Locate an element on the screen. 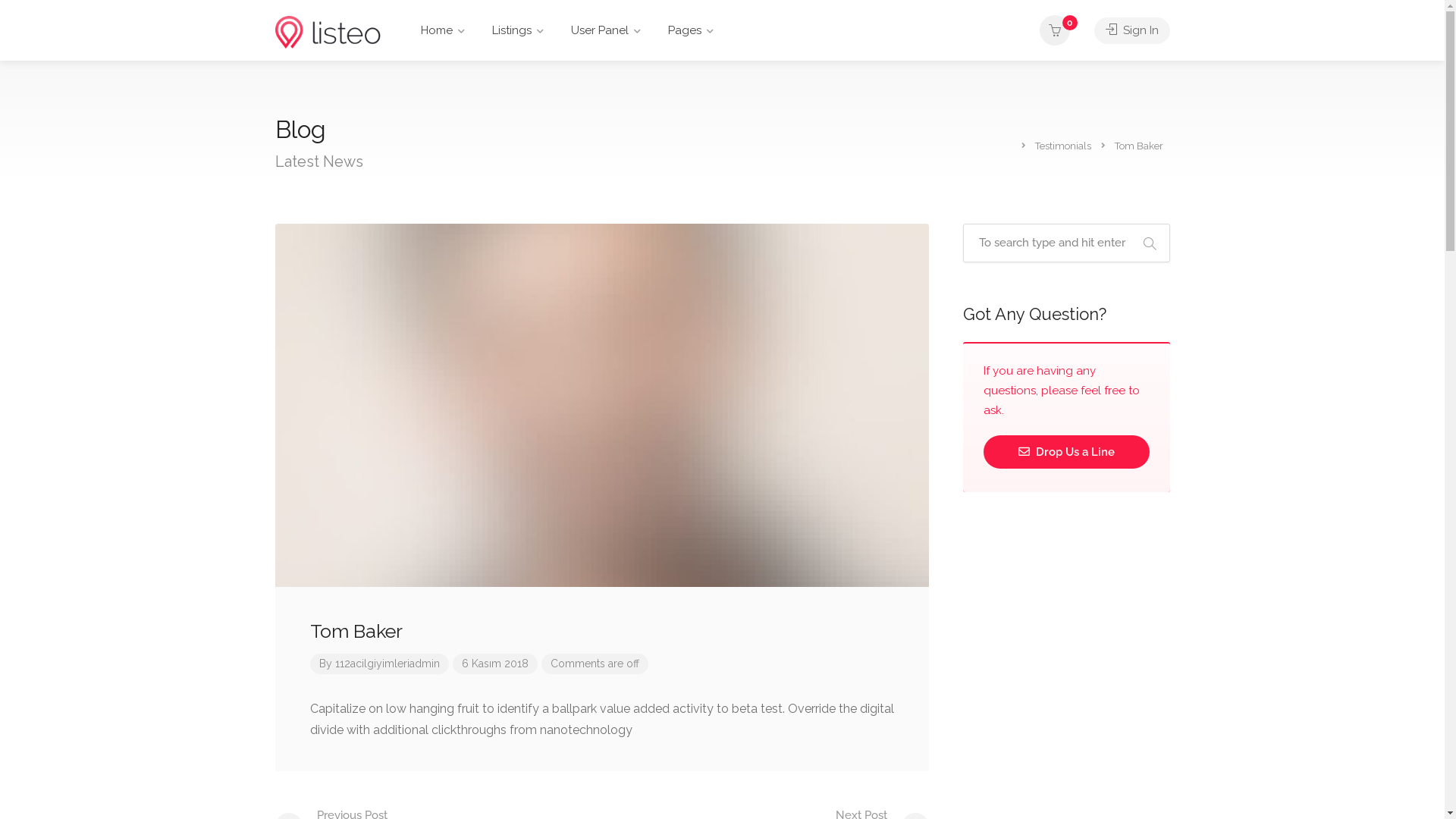 This screenshot has width=1456, height=819. 'Testimonials' is located at coordinates (1033, 145).